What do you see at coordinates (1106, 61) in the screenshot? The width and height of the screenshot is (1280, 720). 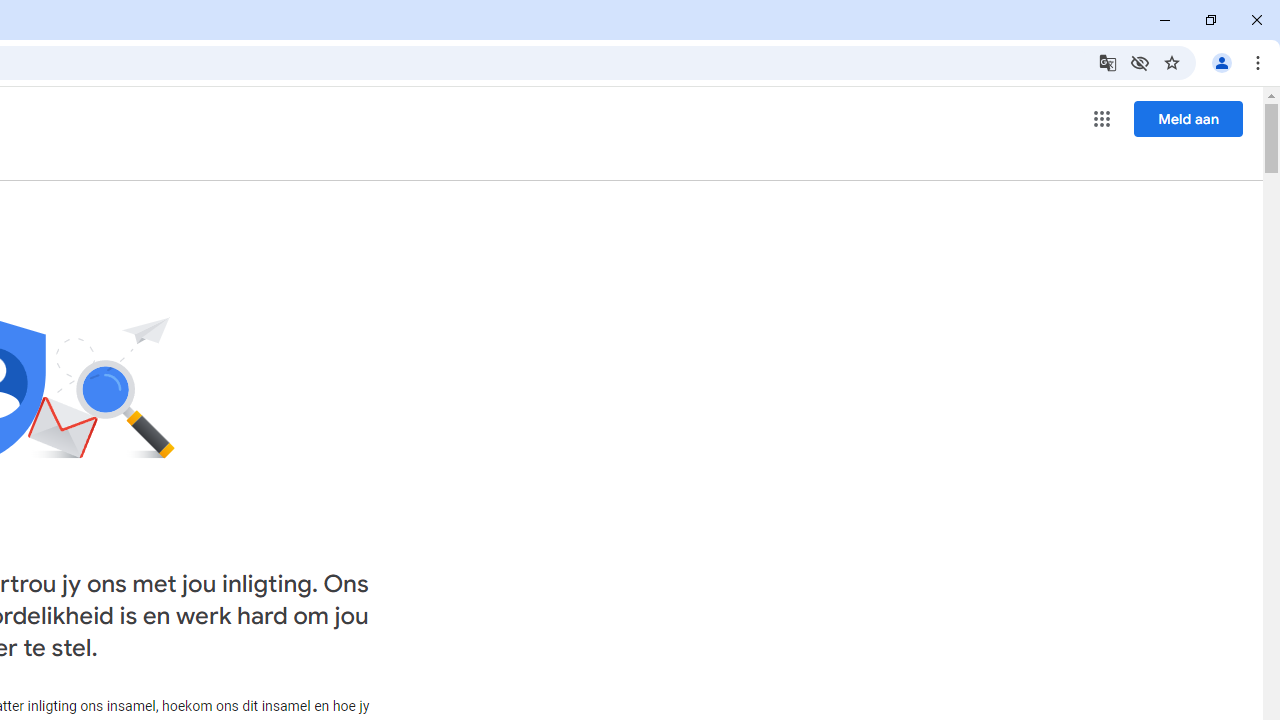 I see `'Translate this page'` at bounding box center [1106, 61].